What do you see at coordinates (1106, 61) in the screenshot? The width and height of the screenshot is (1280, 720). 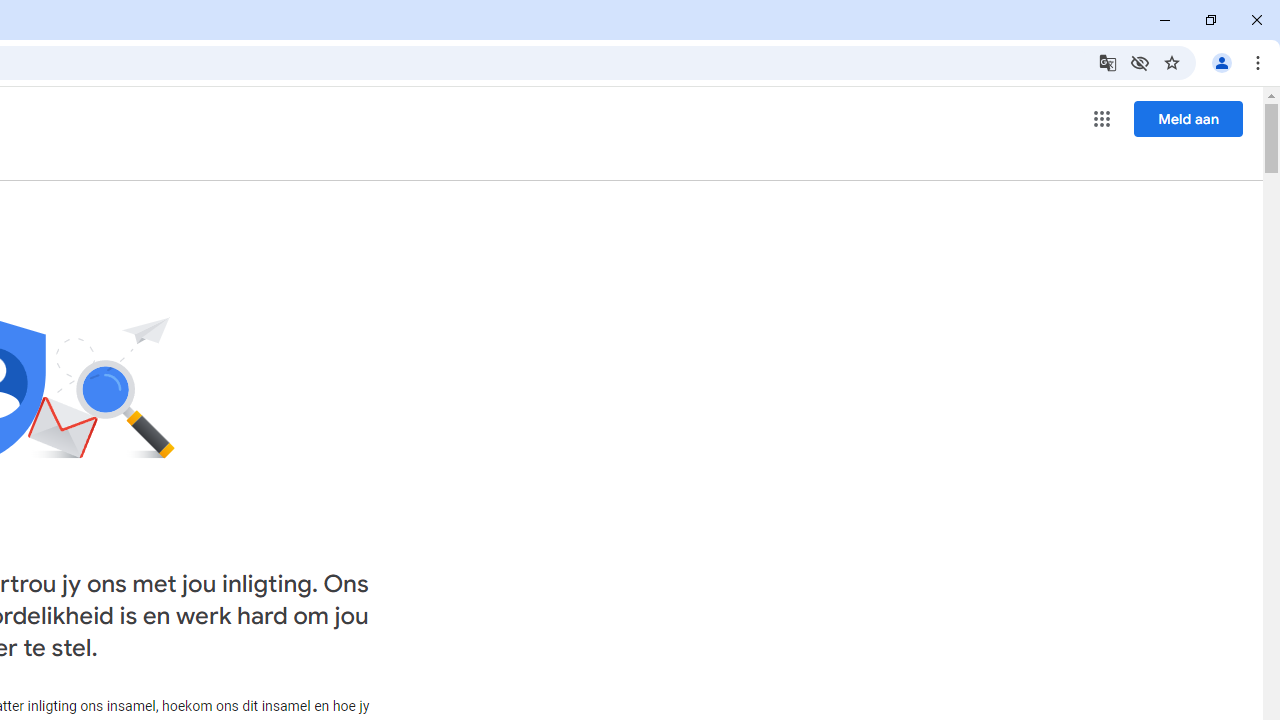 I see `'Translate this page'` at bounding box center [1106, 61].